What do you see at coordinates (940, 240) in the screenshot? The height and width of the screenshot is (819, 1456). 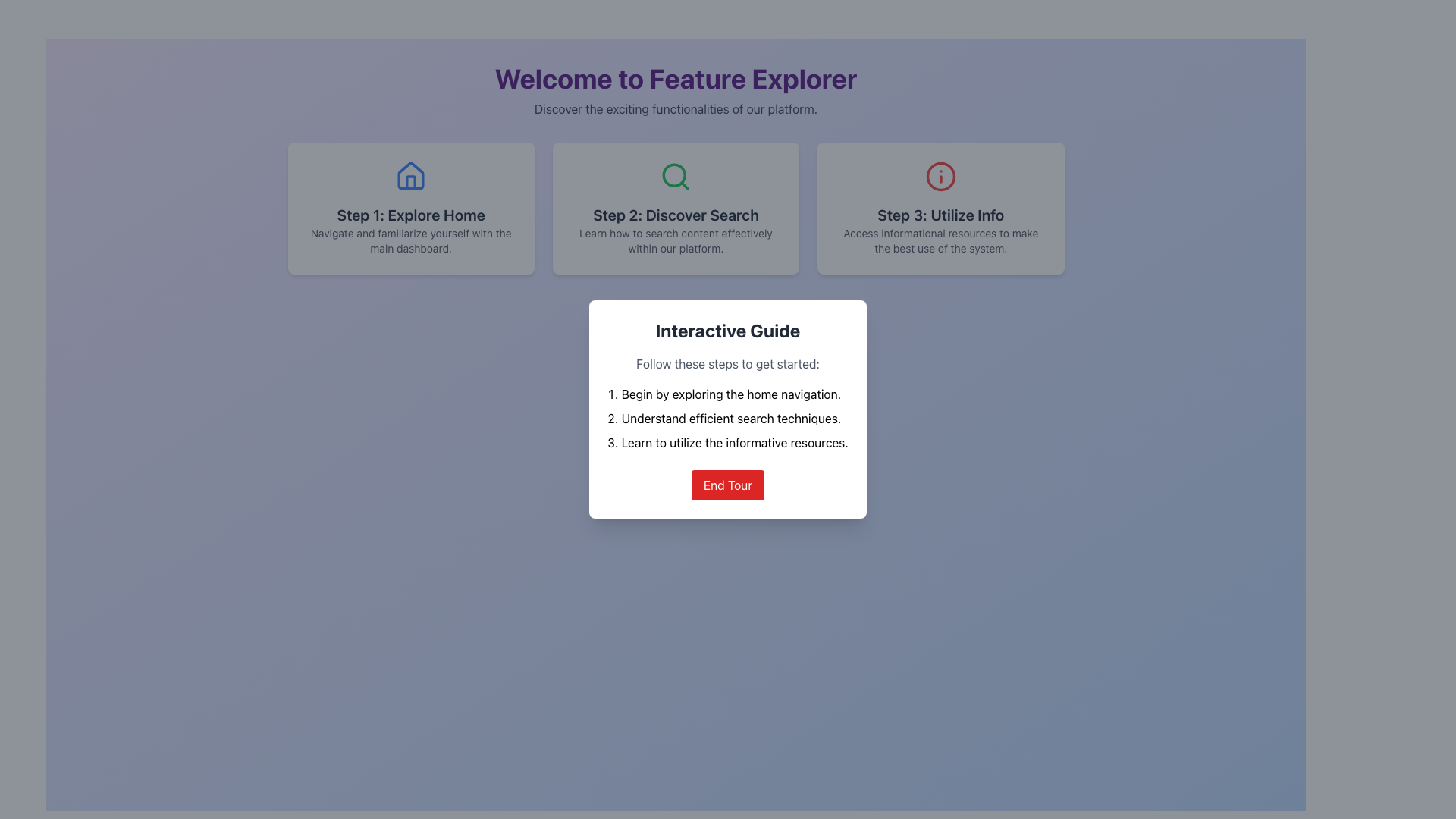 I see `informational text block located under the title 'Step 3: Utilize Info' in the third instructional card` at bounding box center [940, 240].